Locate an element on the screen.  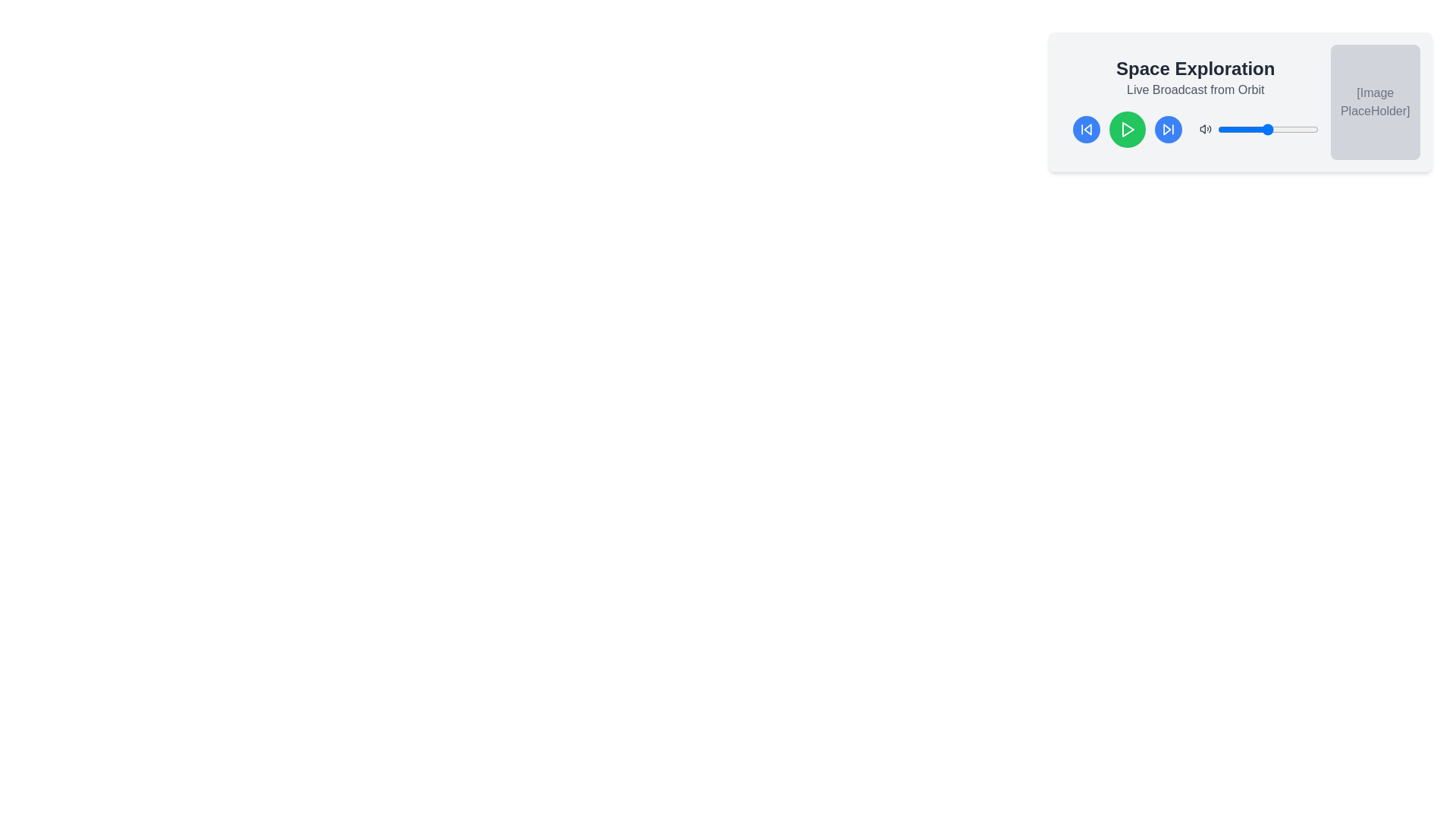
the slider value is located at coordinates (1221, 128).